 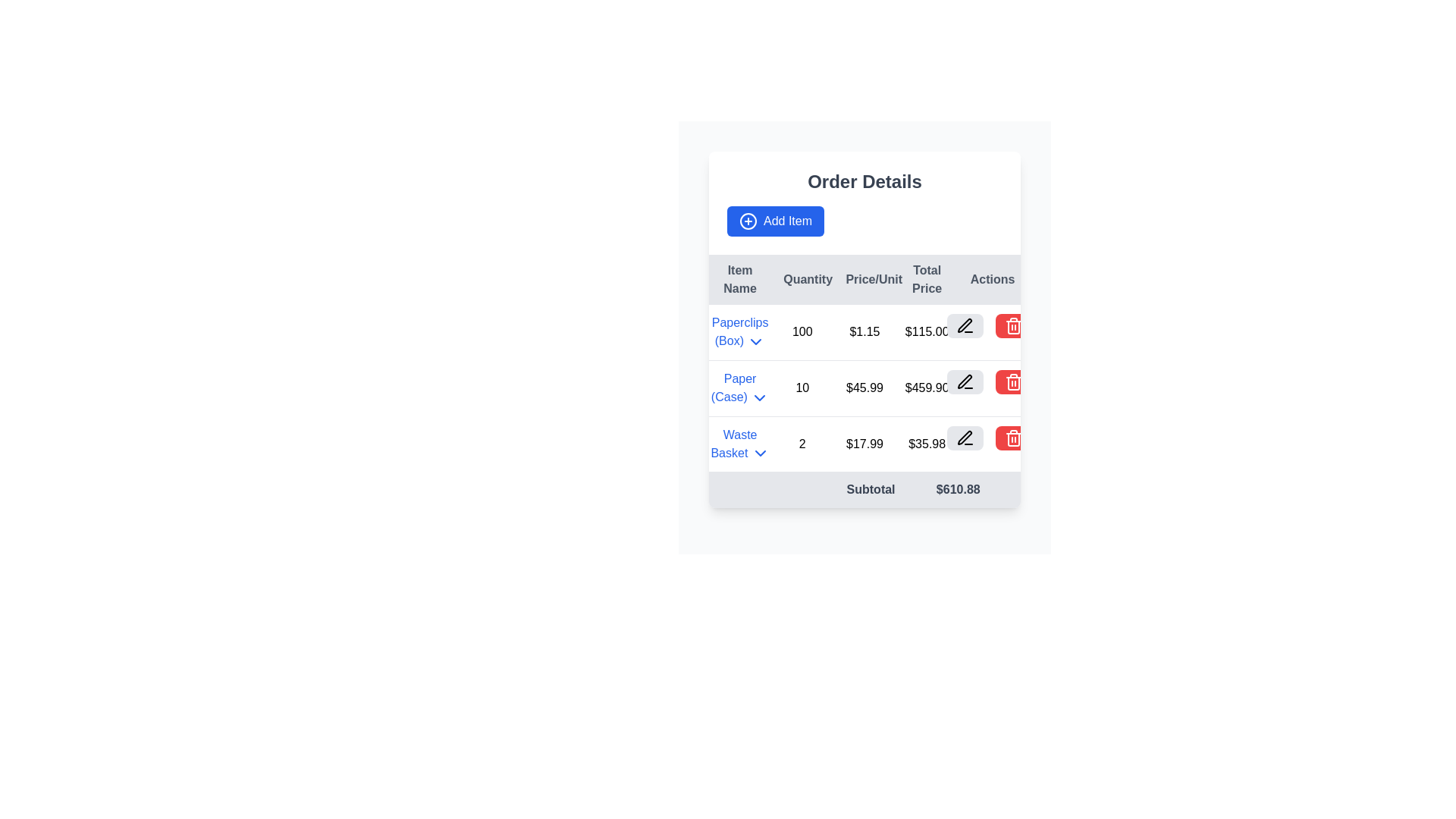 What do you see at coordinates (989, 438) in the screenshot?
I see `the delete button located in the 'Actions' column of the last row in the order table` at bounding box center [989, 438].